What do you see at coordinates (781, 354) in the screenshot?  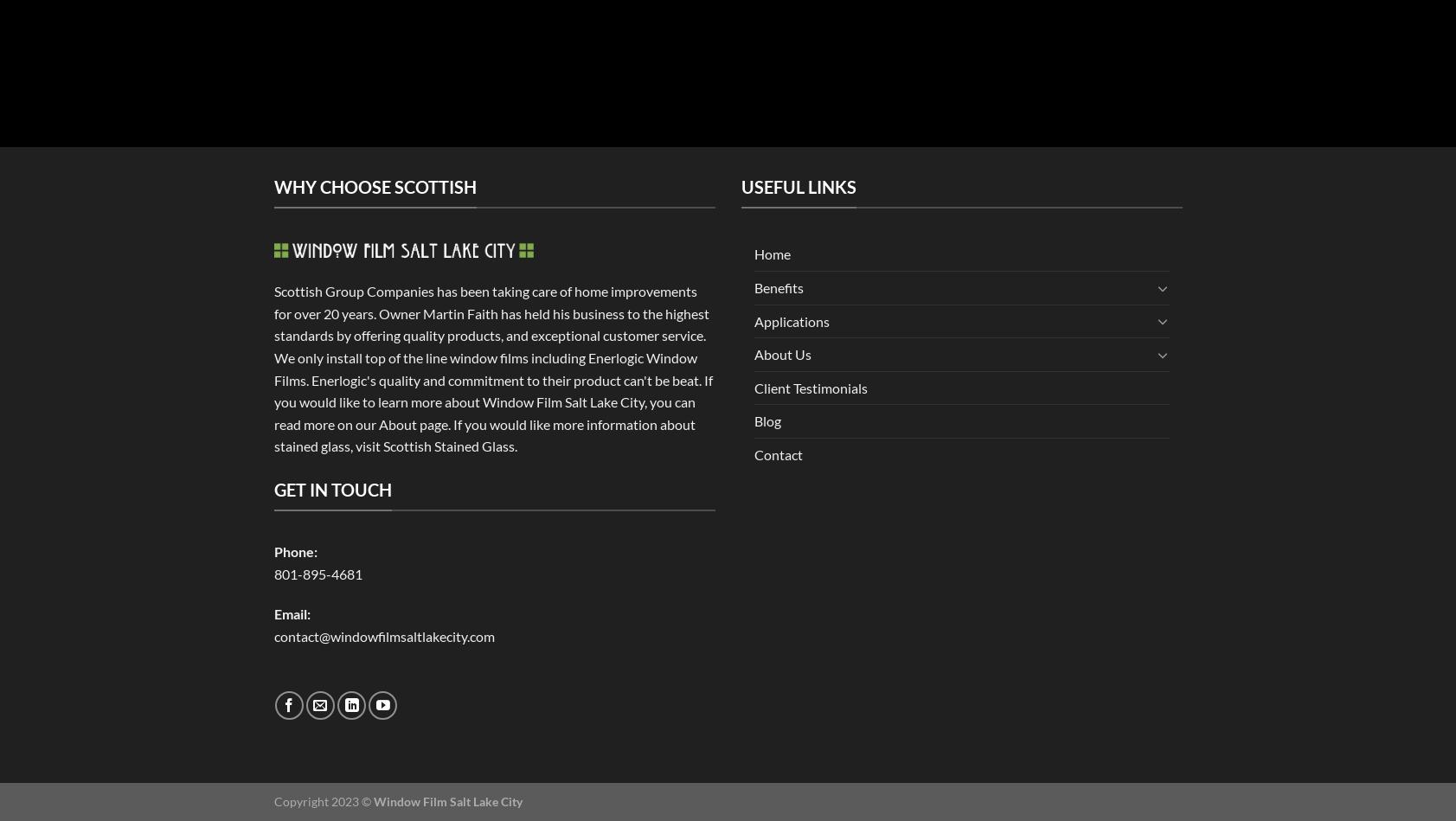 I see `'About Us'` at bounding box center [781, 354].